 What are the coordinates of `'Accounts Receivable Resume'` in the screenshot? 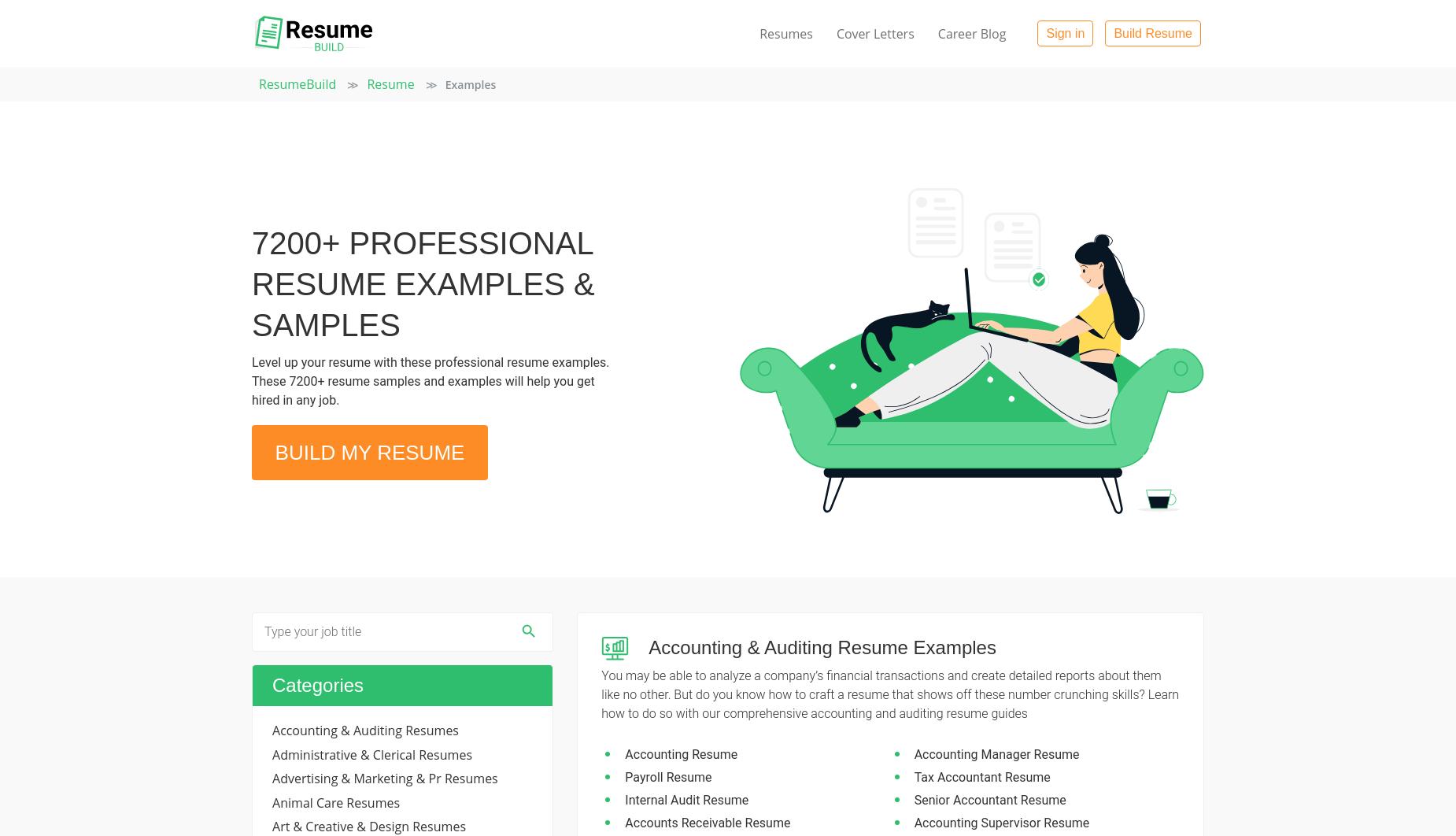 It's located at (707, 822).